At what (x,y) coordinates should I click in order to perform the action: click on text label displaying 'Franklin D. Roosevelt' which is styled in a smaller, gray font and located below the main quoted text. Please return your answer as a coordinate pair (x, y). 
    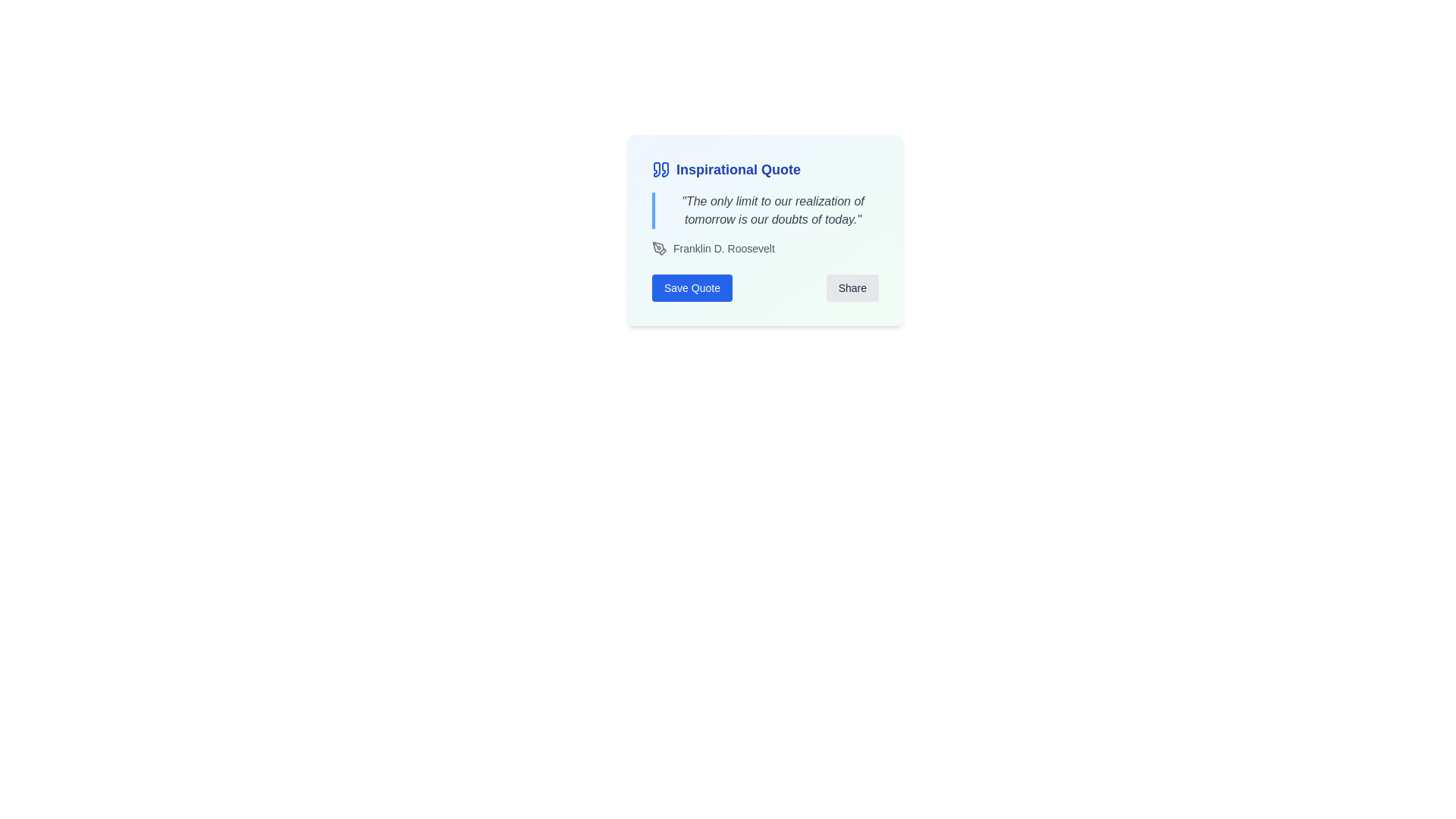
    Looking at the image, I should click on (765, 247).